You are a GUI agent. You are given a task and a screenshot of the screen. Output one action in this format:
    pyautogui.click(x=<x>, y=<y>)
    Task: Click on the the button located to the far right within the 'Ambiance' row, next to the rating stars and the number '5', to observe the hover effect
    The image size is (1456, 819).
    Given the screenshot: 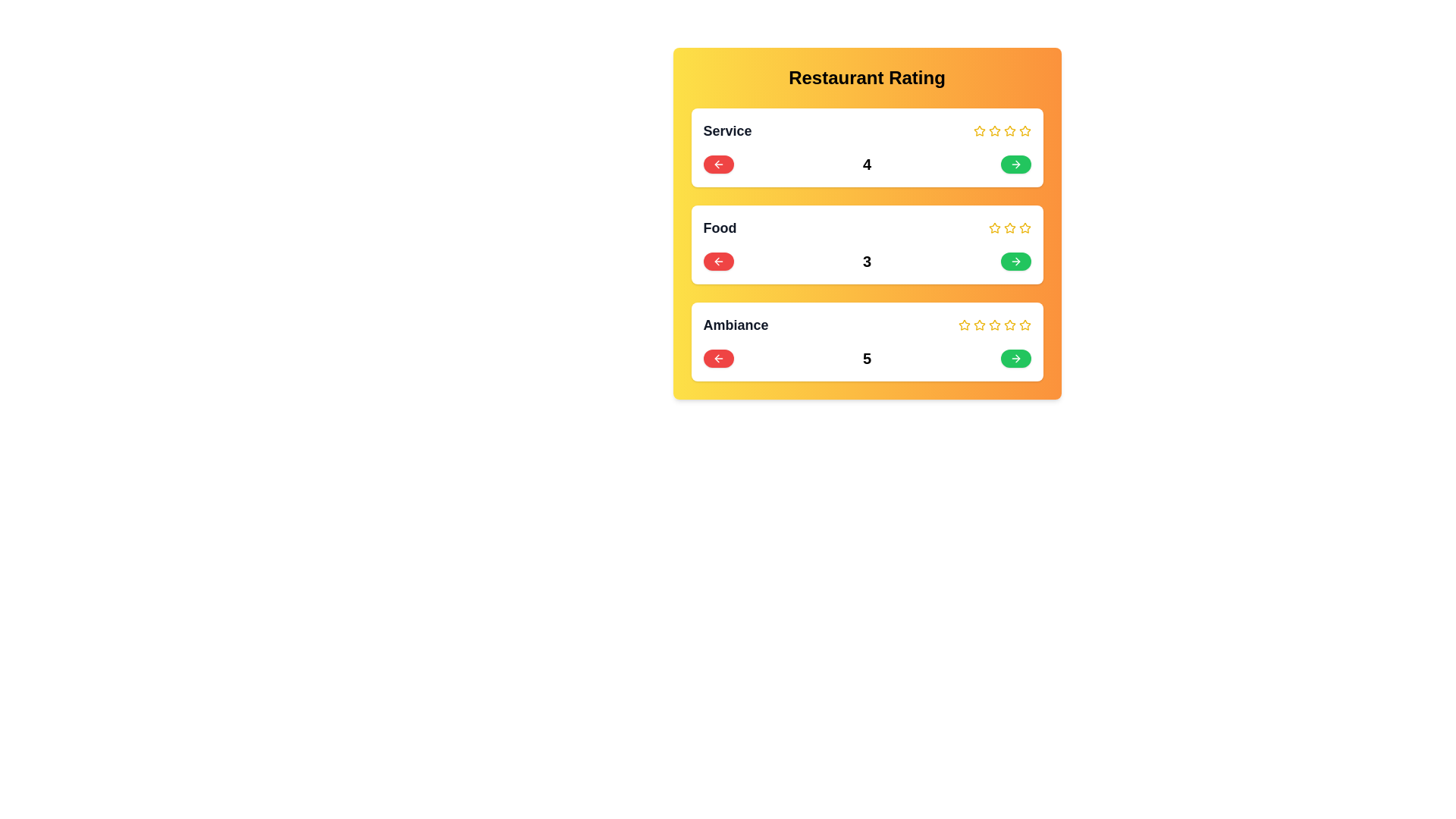 What is the action you would take?
    pyautogui.click(x=1015, y=359)
    